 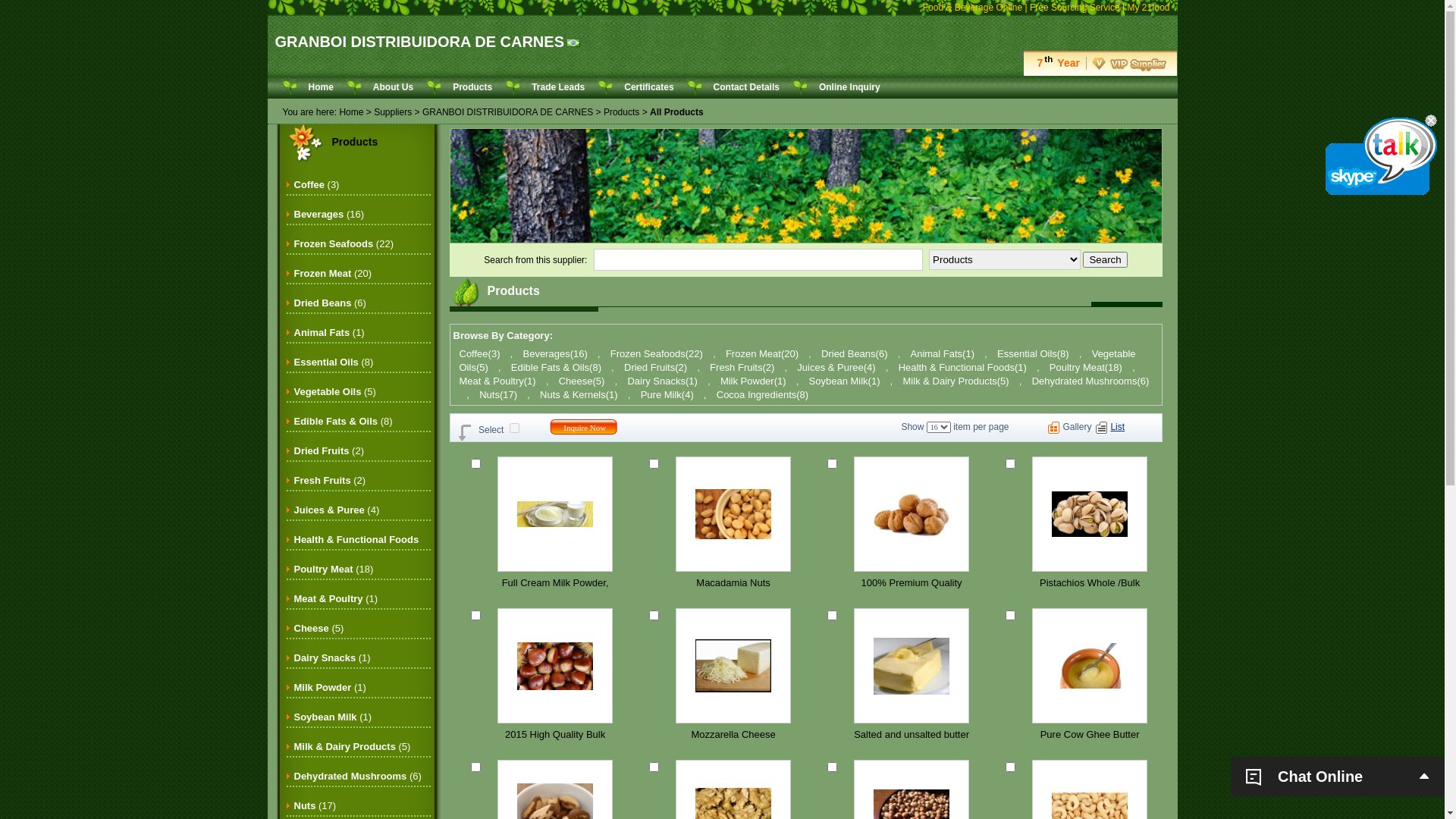 What do you see at coordinates (655, 367) in the screenshot?
I see `'Dried Fruits(2)'` at bounding box center [655, 367].